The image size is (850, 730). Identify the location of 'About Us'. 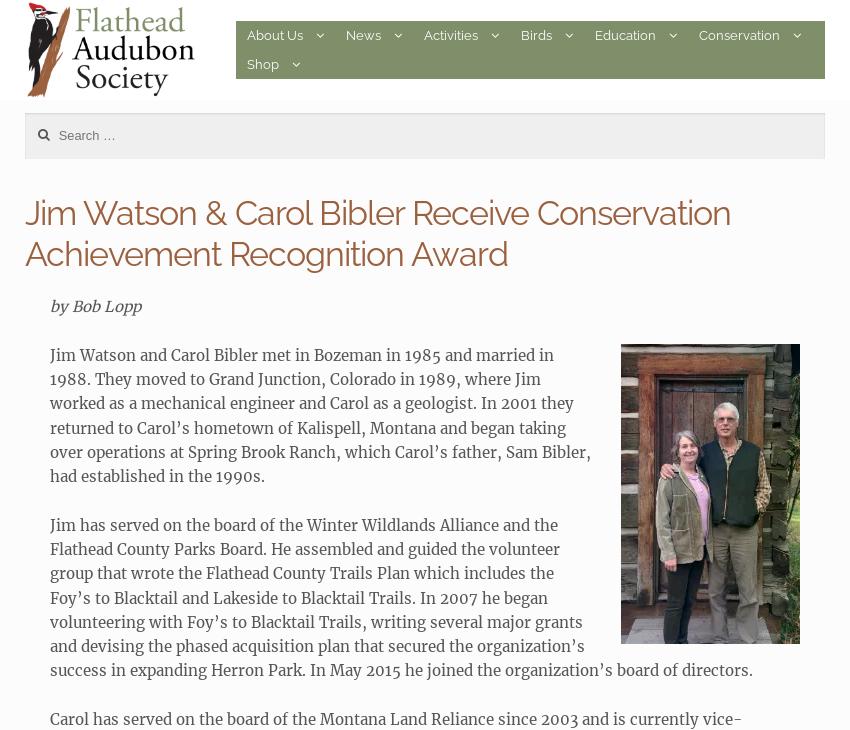
(273, 34).